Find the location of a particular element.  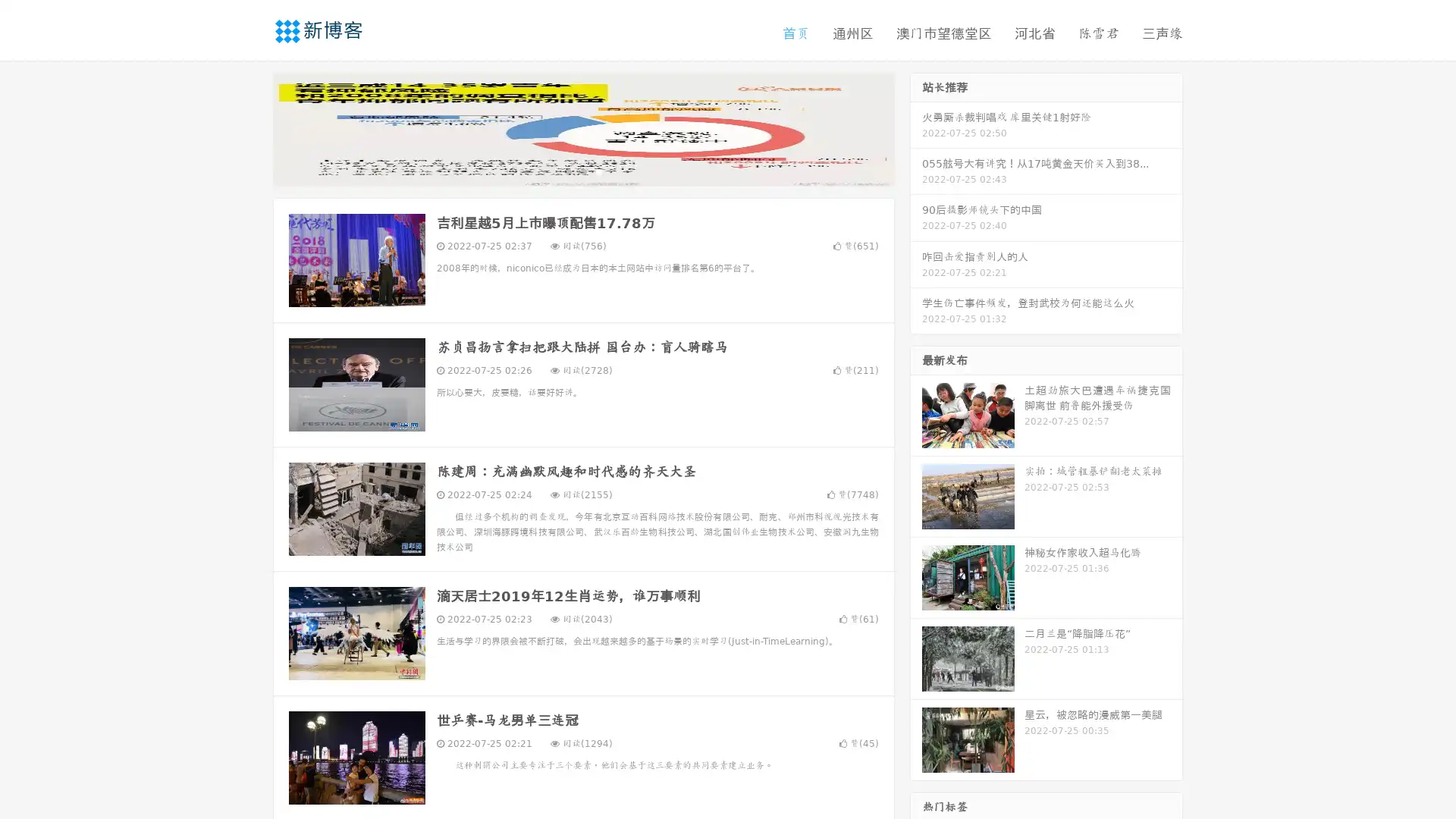

Go to slide 1 is located at coordinates (567, 171).